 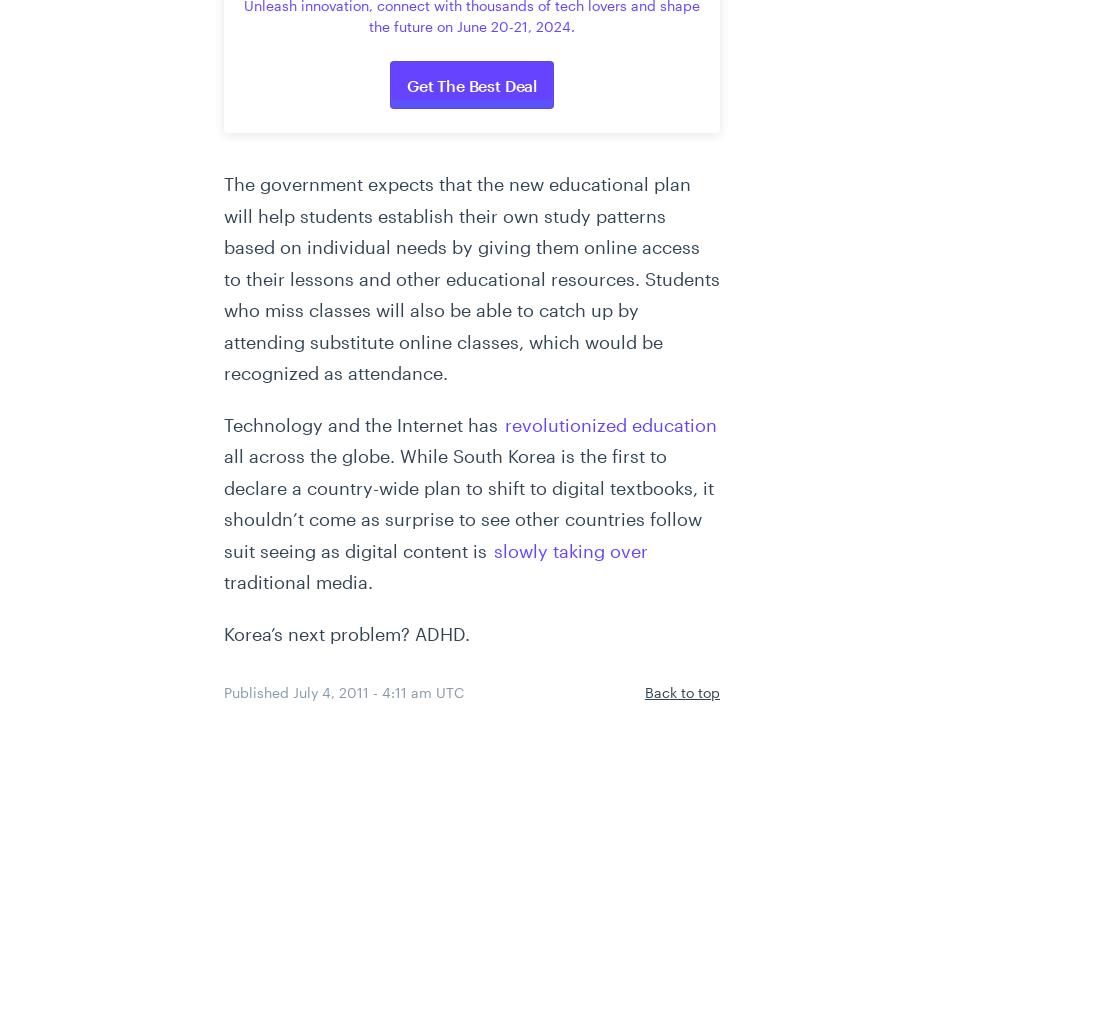 What do you see at coordinates (378, 691) in the screenshot?
I see `'July 4, 2011 - 4:11 am UTC'` at bounding box center [378, 691].